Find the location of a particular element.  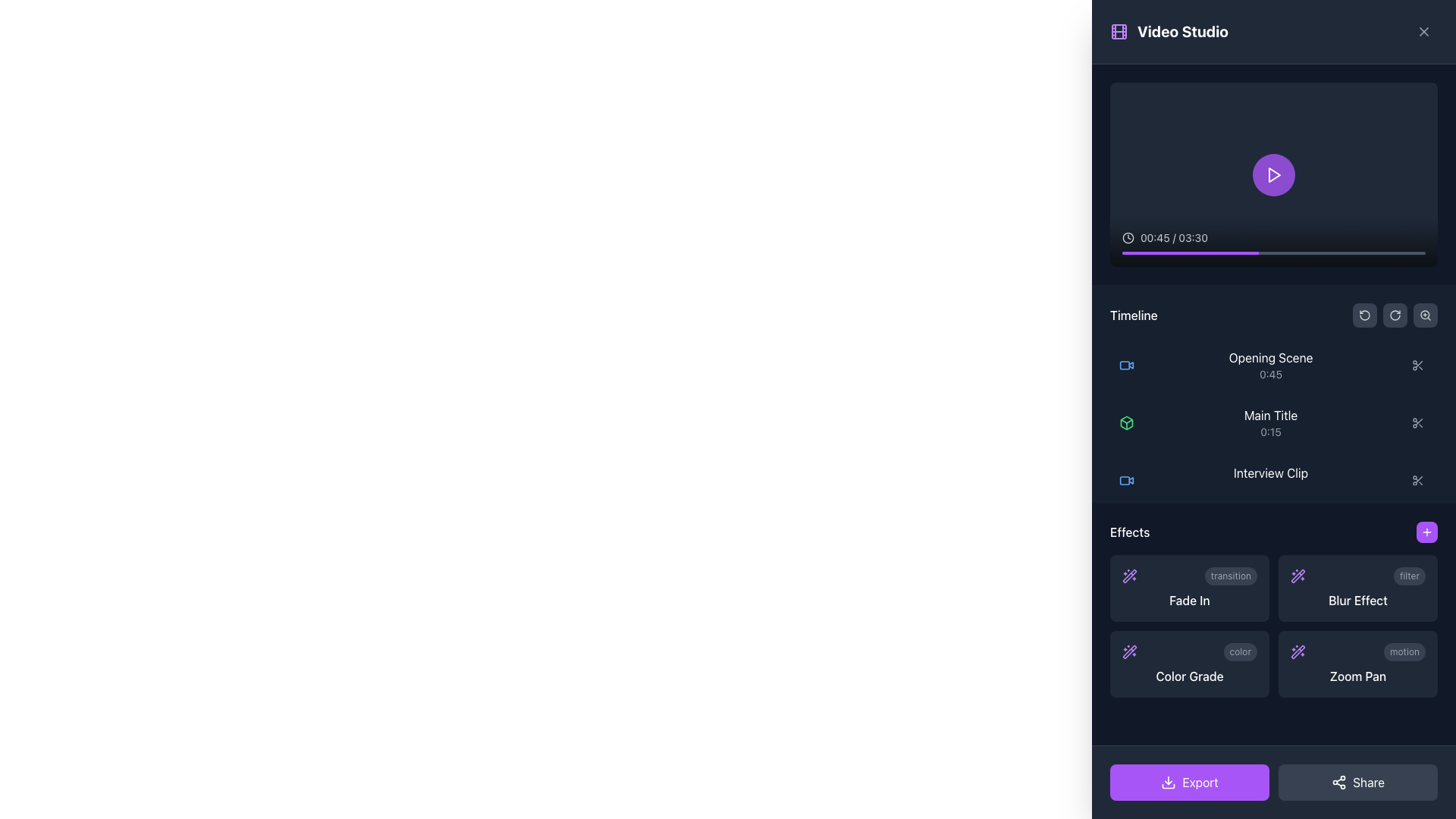

the 'Blur Effect' text label is located at coordinates (1357, 599).